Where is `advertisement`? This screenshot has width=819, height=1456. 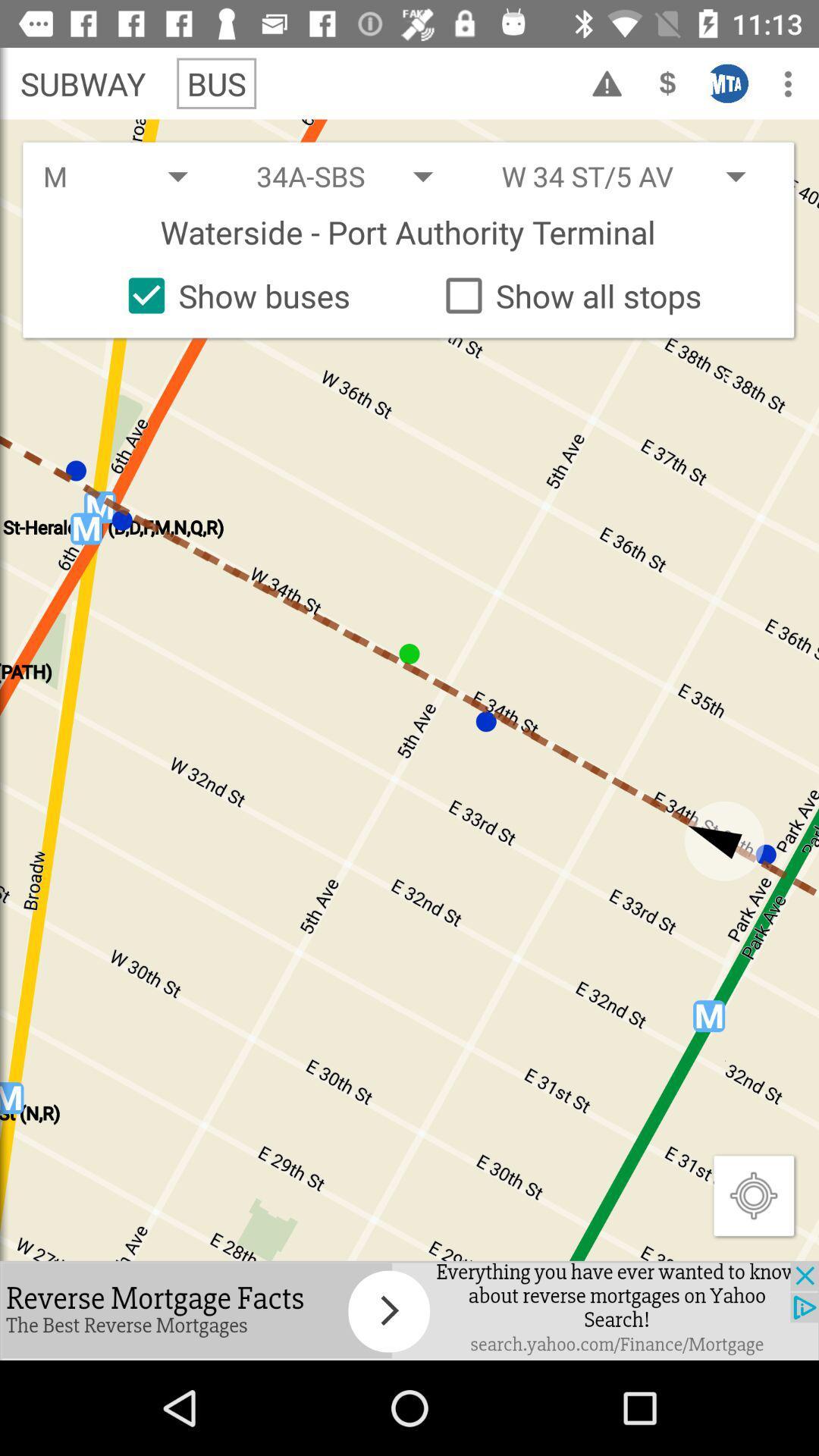 advertisement is located at coordinates (409, 1310).